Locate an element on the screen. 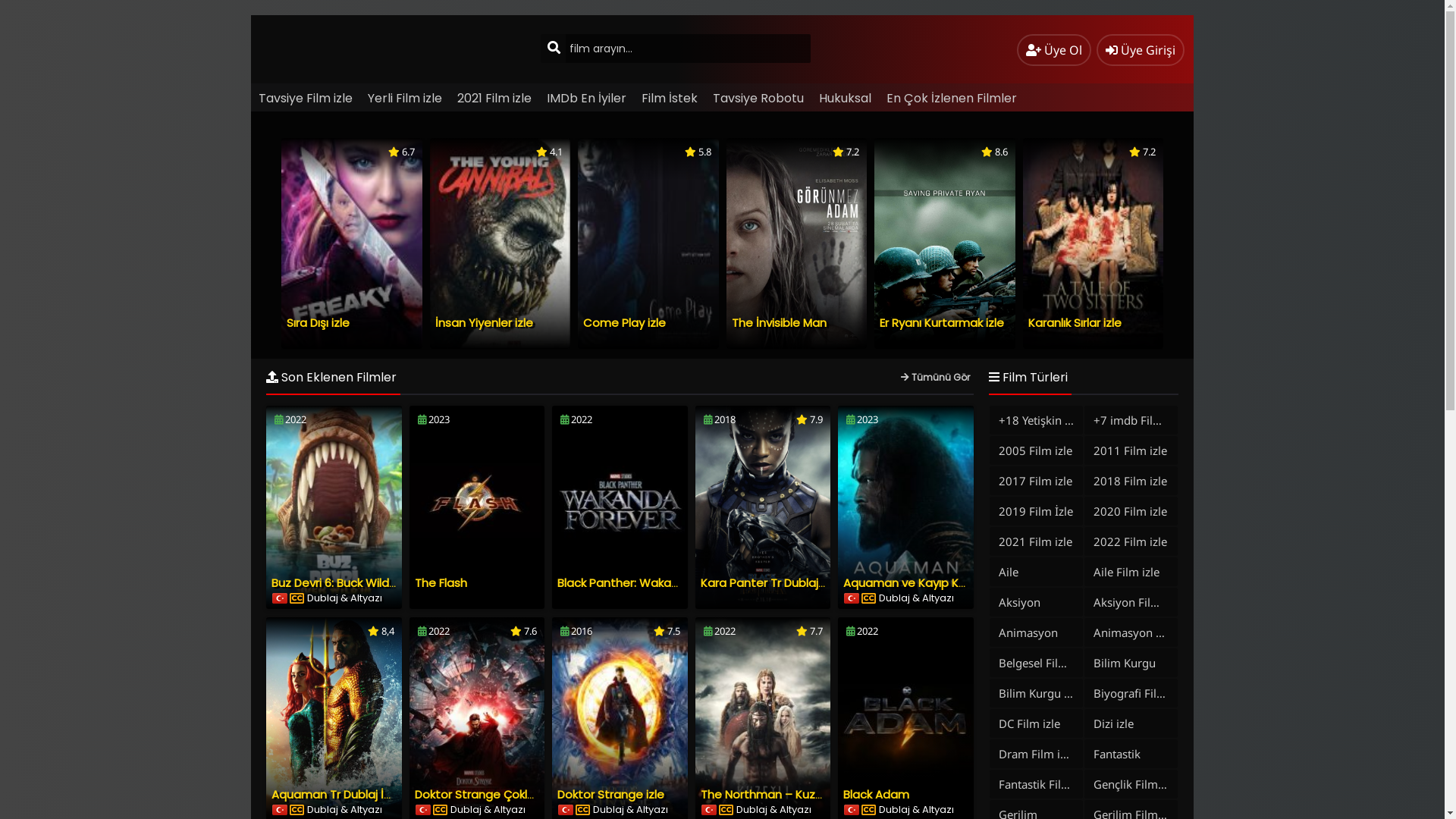 This screenshot has width=1456, height=819. '2005 Film izle' is located at coordinates (1035, 450).